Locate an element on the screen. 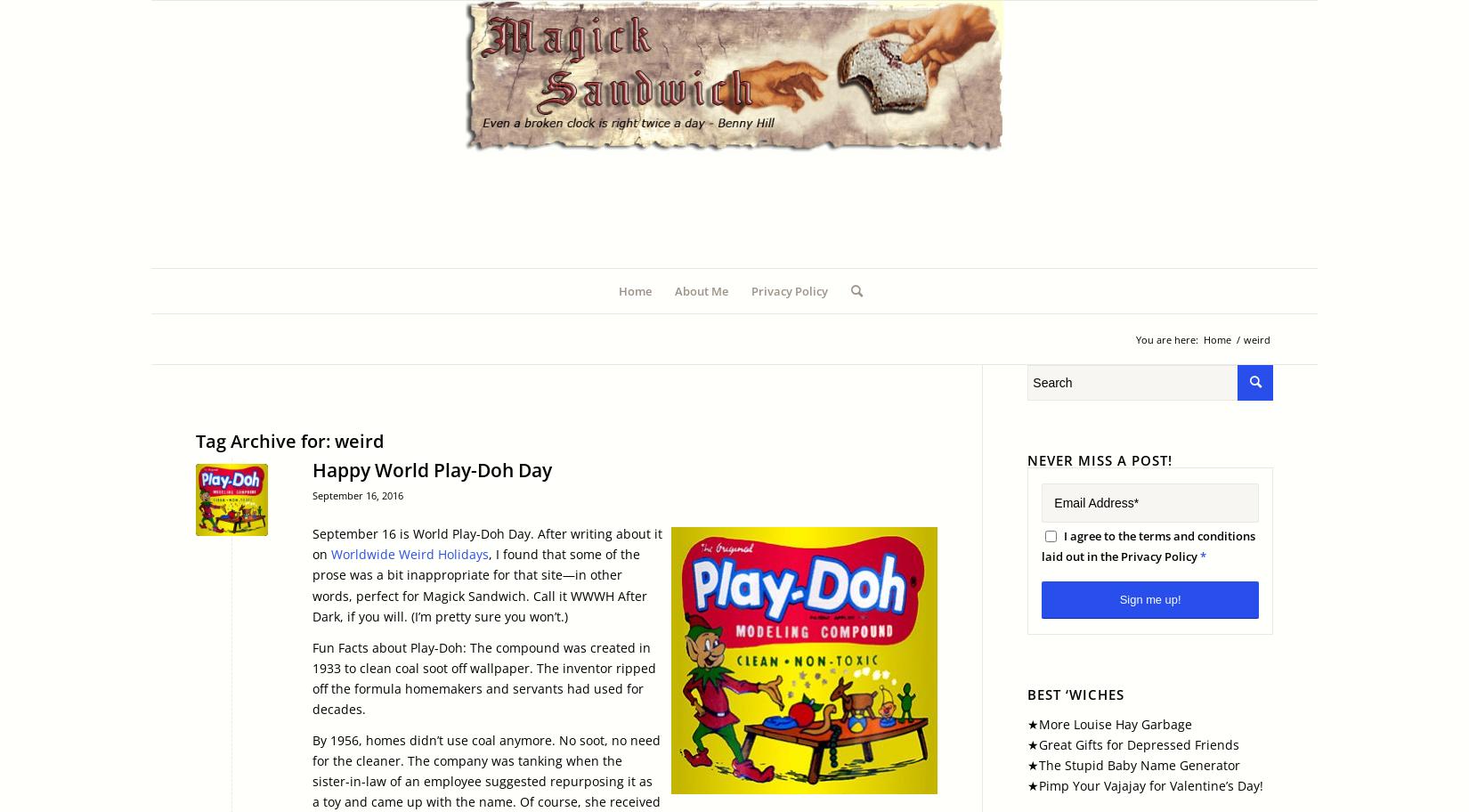 Image resolution: width=1469 pixels, height=812 pixels. 'weird' is located at coordinates (335, 440).